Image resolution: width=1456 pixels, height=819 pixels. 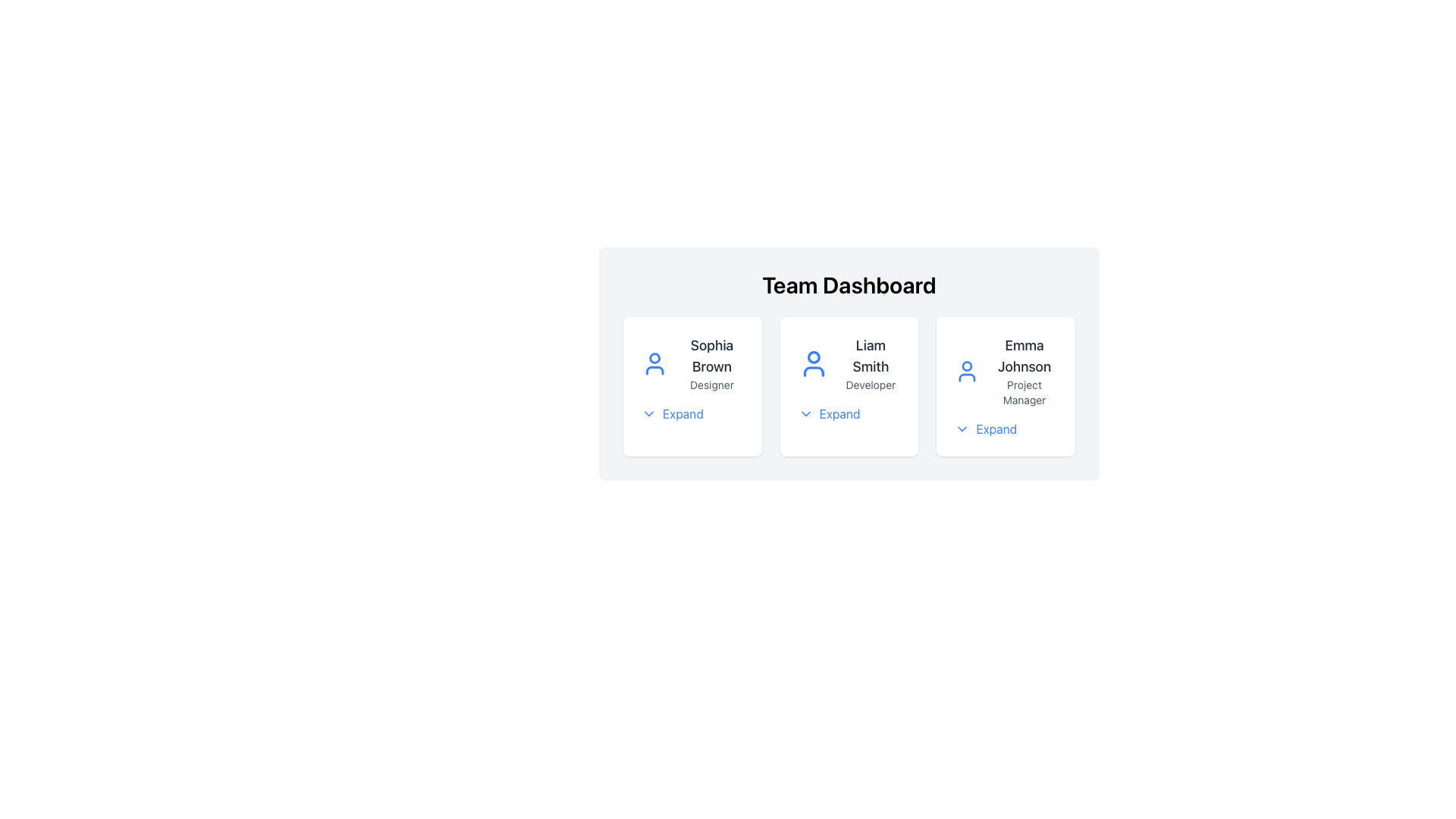 I want to click on the 'Expand' button under the name 'Liam Smith' by tabbing to it, so click(x=828, y=414).